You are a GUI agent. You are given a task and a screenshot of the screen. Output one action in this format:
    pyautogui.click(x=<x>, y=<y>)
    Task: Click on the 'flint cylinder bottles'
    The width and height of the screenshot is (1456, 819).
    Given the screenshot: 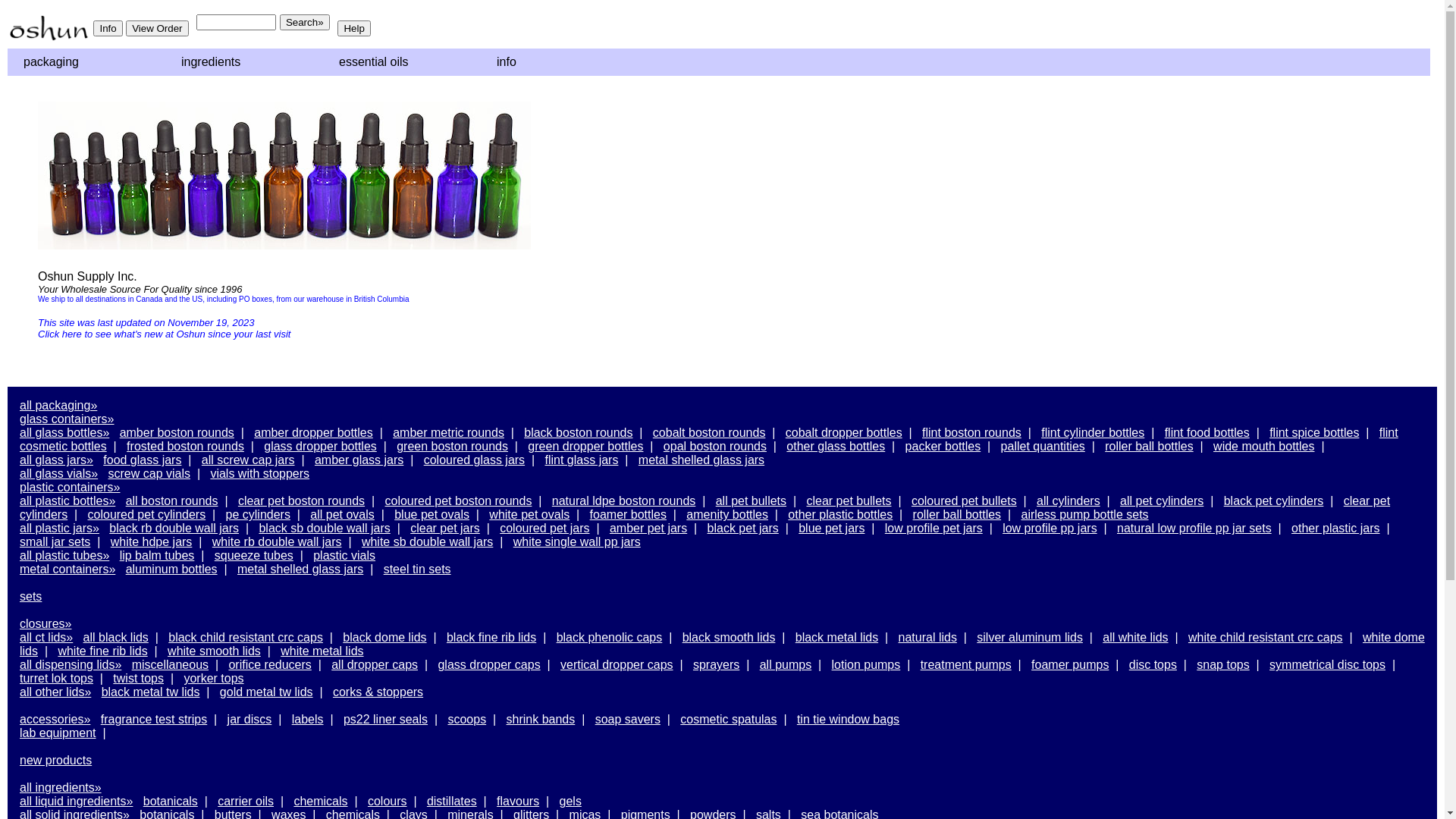 What is the action you would take?
    pyautogui.click(x=1092, y=432)
    